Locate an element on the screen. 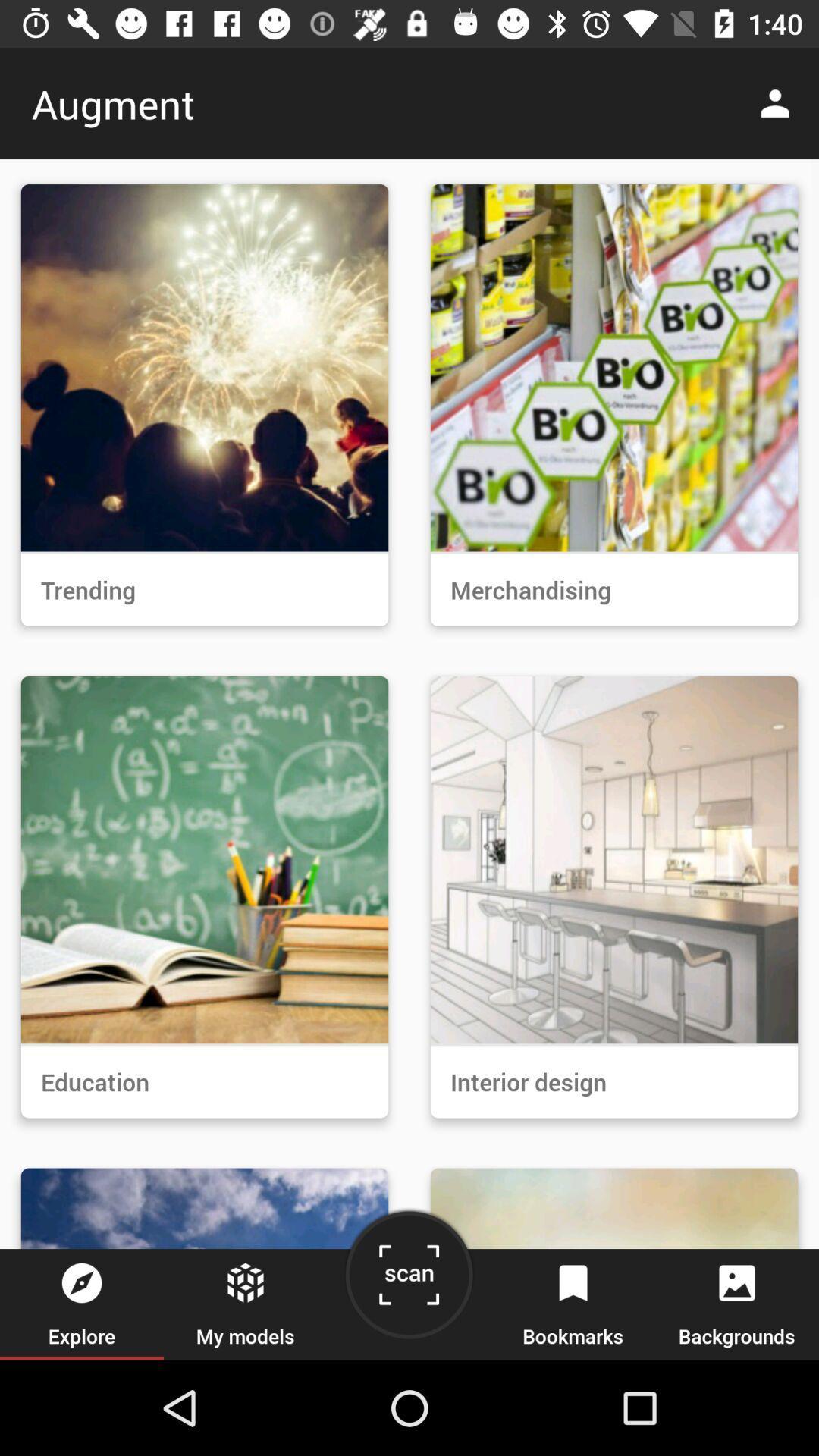 This screenshot has width=819, height=1456. the icon to the left of the bookmarks item is located at coordinates (408, 1280).